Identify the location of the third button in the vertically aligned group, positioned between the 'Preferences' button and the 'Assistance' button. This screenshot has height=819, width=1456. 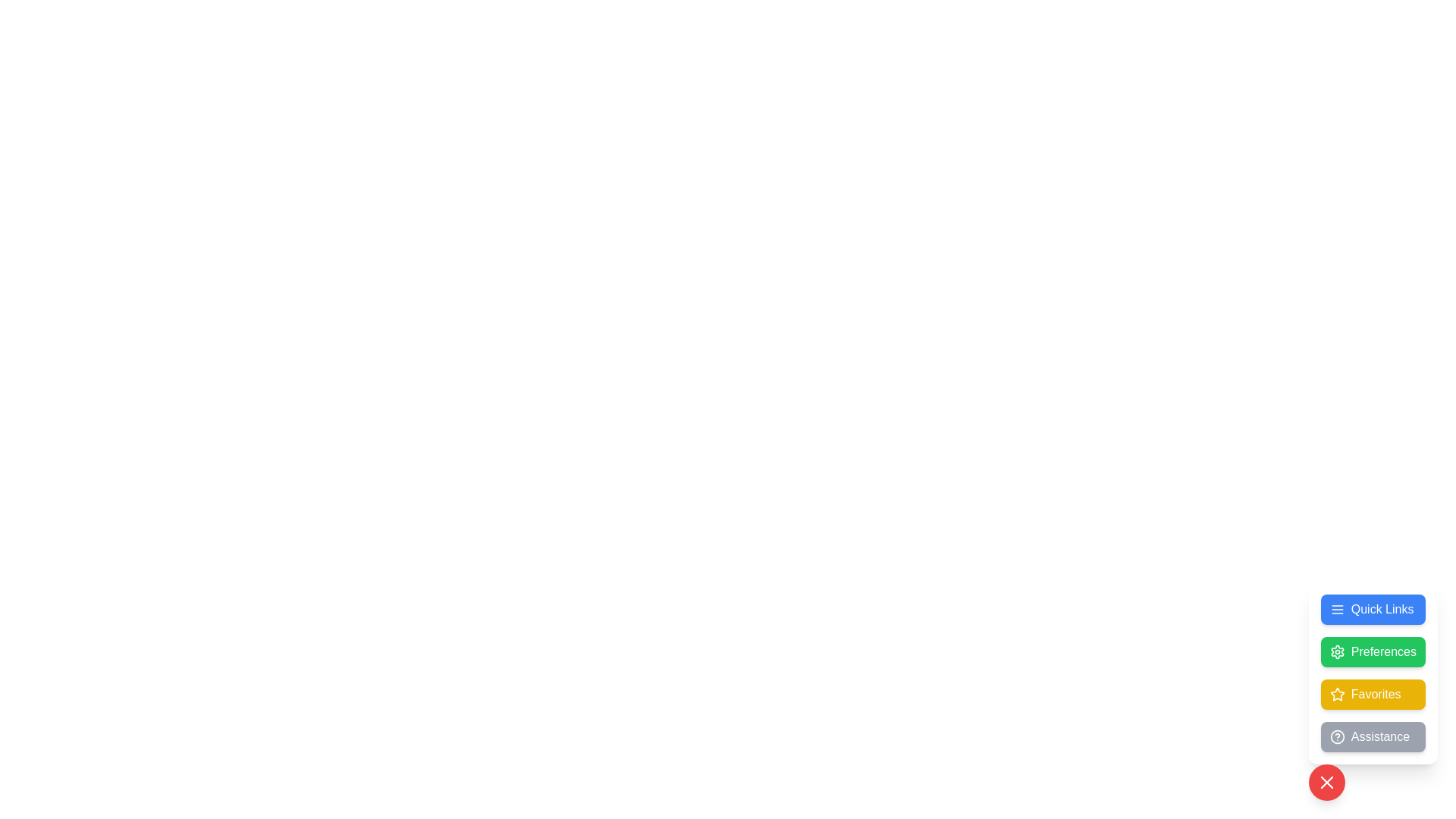
(1373, 694).